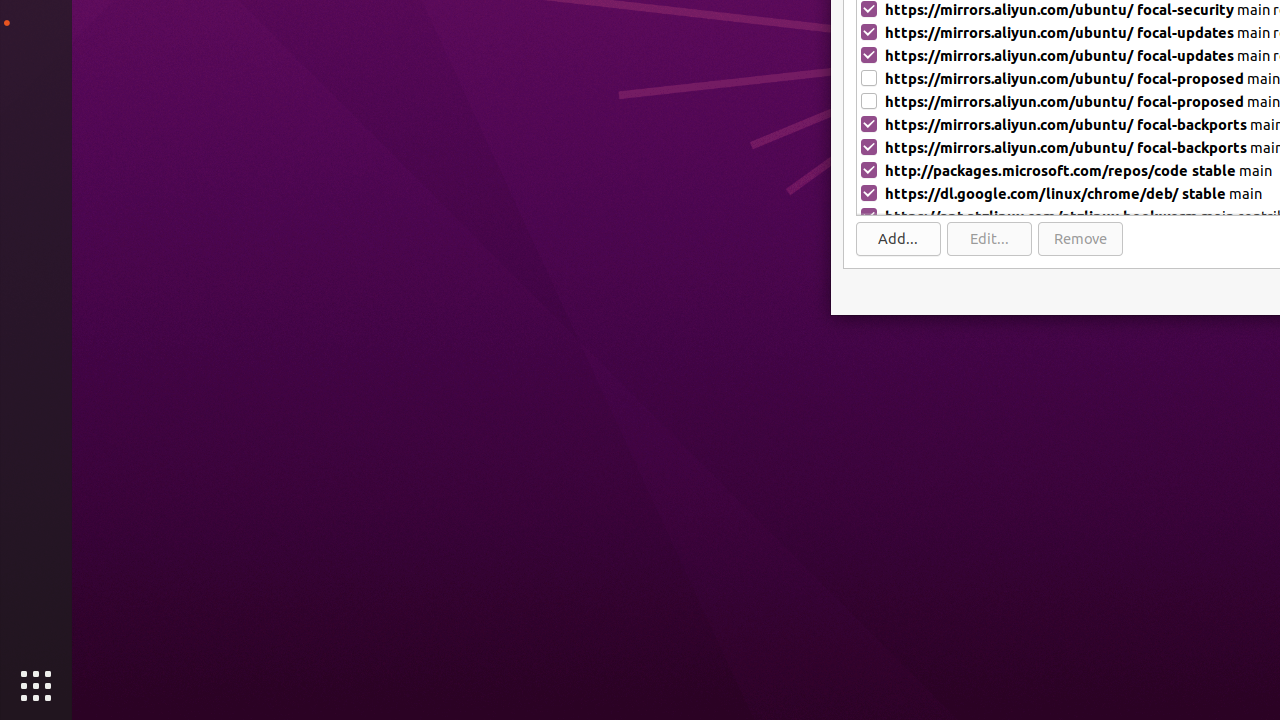  What do you see at coordinates (989, 237) in the screenshot?
I see `'Edit...'` at bounding box center [989, 237].